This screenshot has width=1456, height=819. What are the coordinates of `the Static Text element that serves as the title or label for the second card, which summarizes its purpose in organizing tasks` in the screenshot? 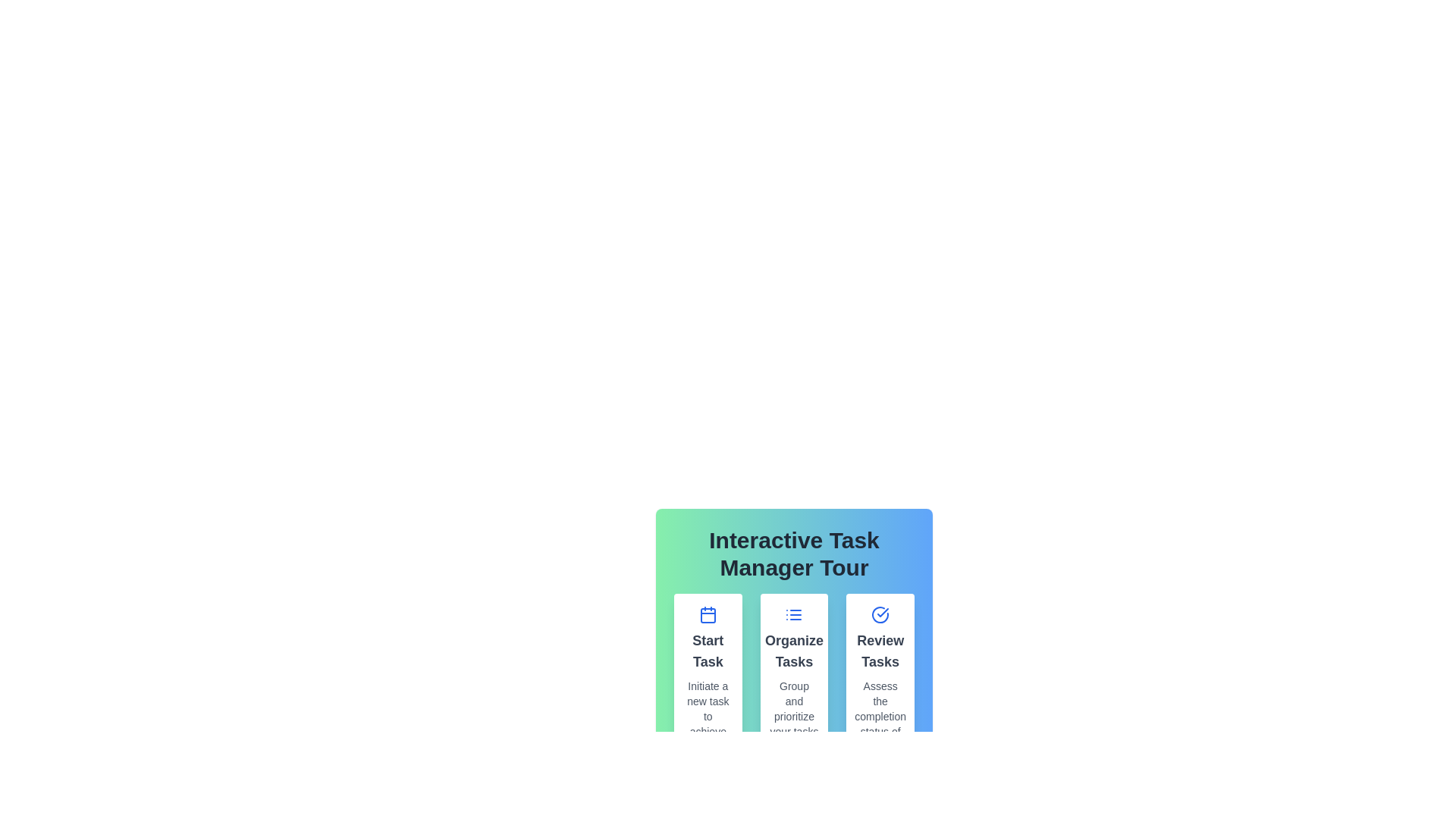 It's located at (793, 651).